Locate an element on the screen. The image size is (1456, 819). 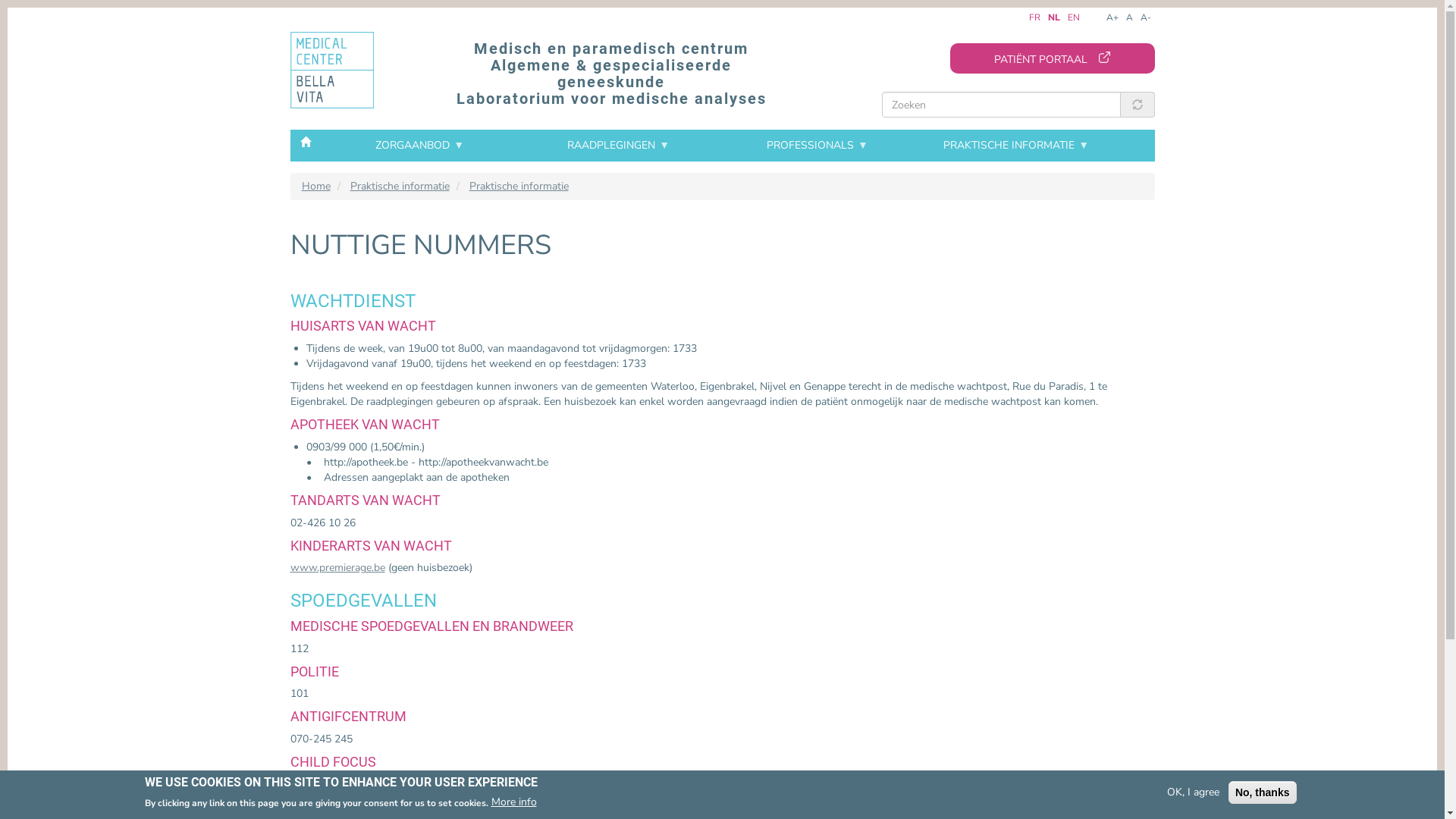
'FR' is located at coordinates (1028, 17).